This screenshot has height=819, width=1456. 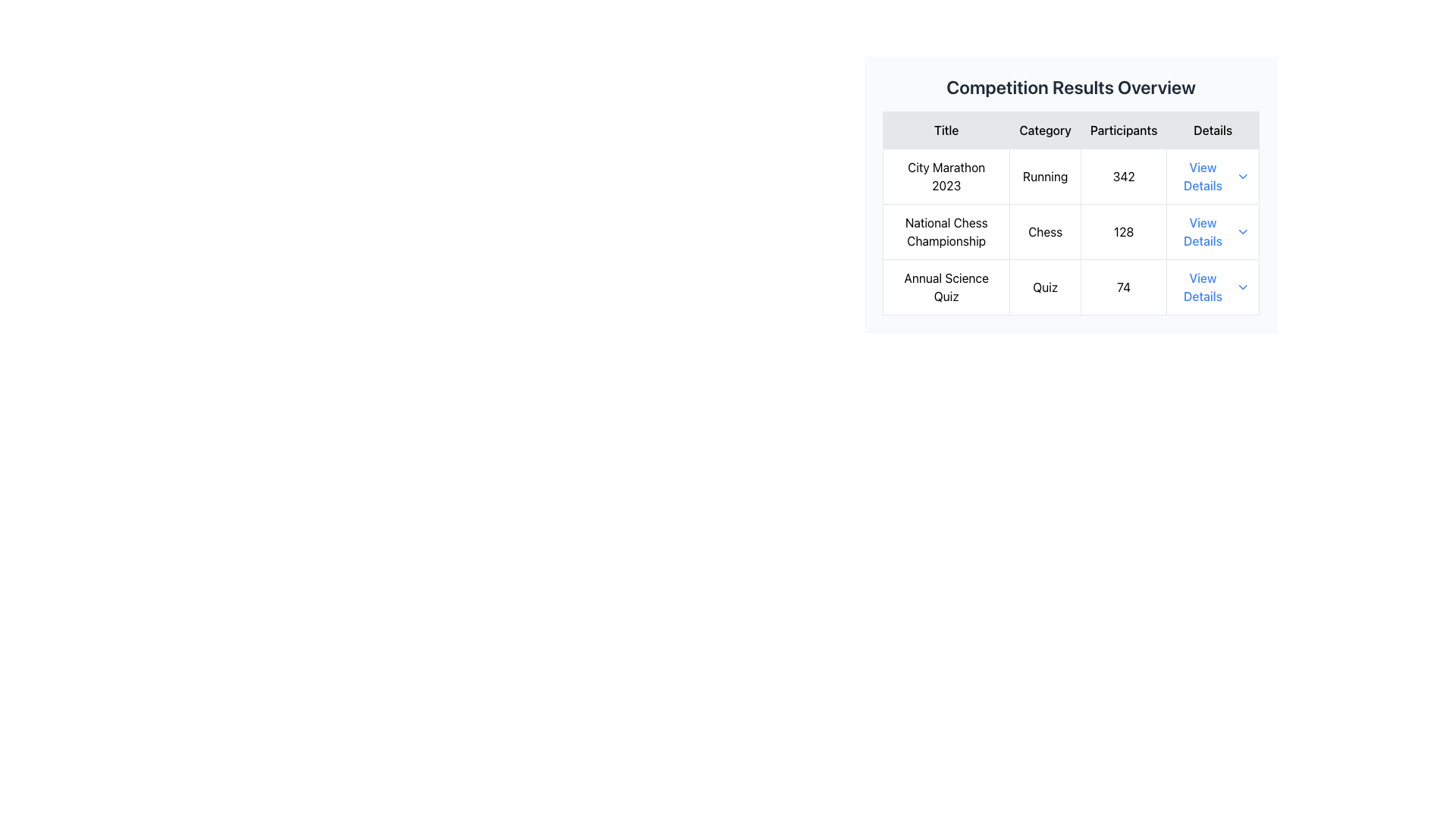 I want to click on the chevron icon in the 'Details' column of the third row corresponding to the 'Annual Science Quiz' entry, so click(x=1242, y=287).